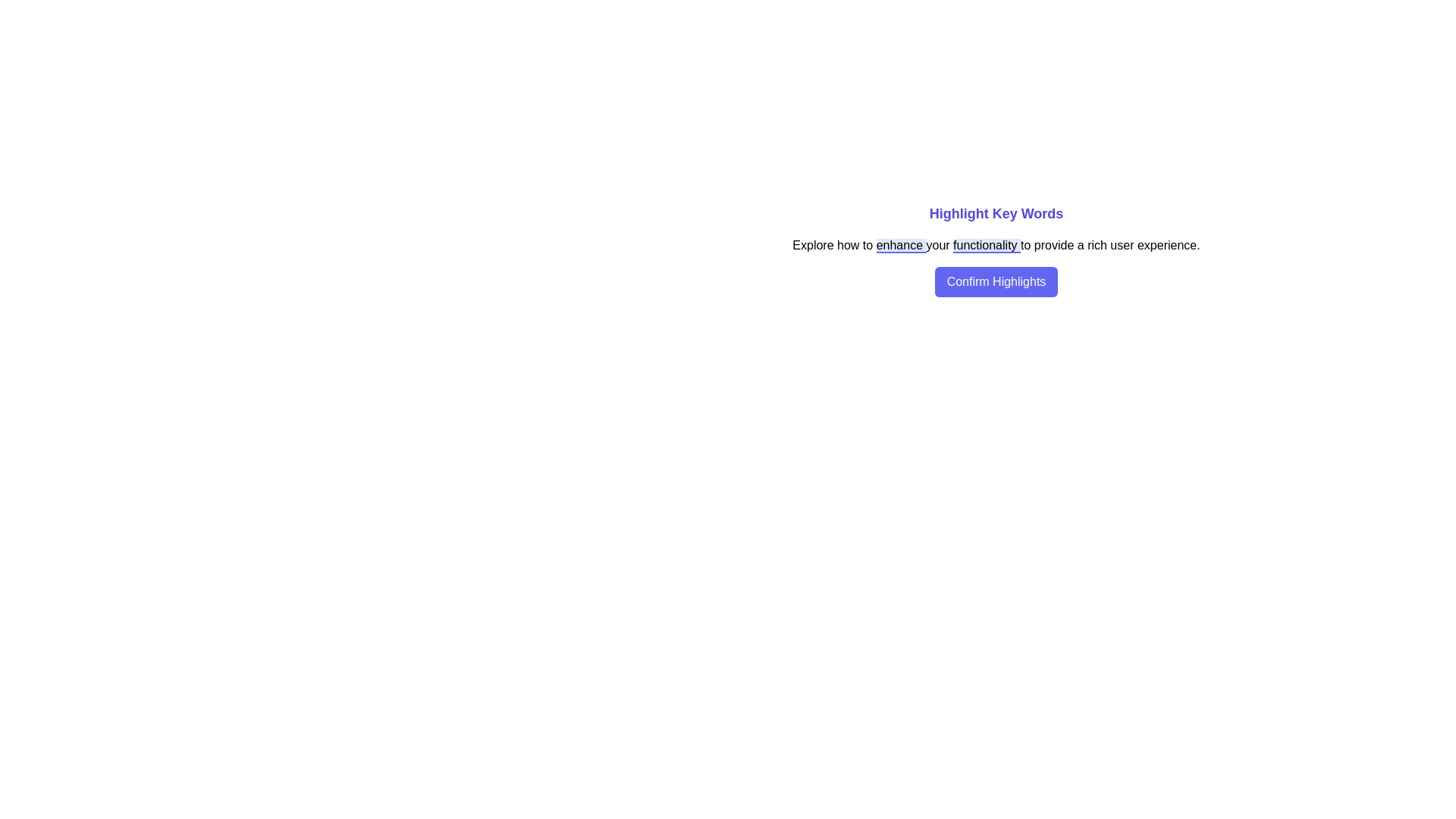 This screenshot has width=1456, height=819. Describe the element at coordinates (987, 245) in the screenshot. I see `the TextLabel displaying the word 'functionality', which is styled with a light indigo background and a bolded bottom border, located between the words 'your' and 'to'` at that location.